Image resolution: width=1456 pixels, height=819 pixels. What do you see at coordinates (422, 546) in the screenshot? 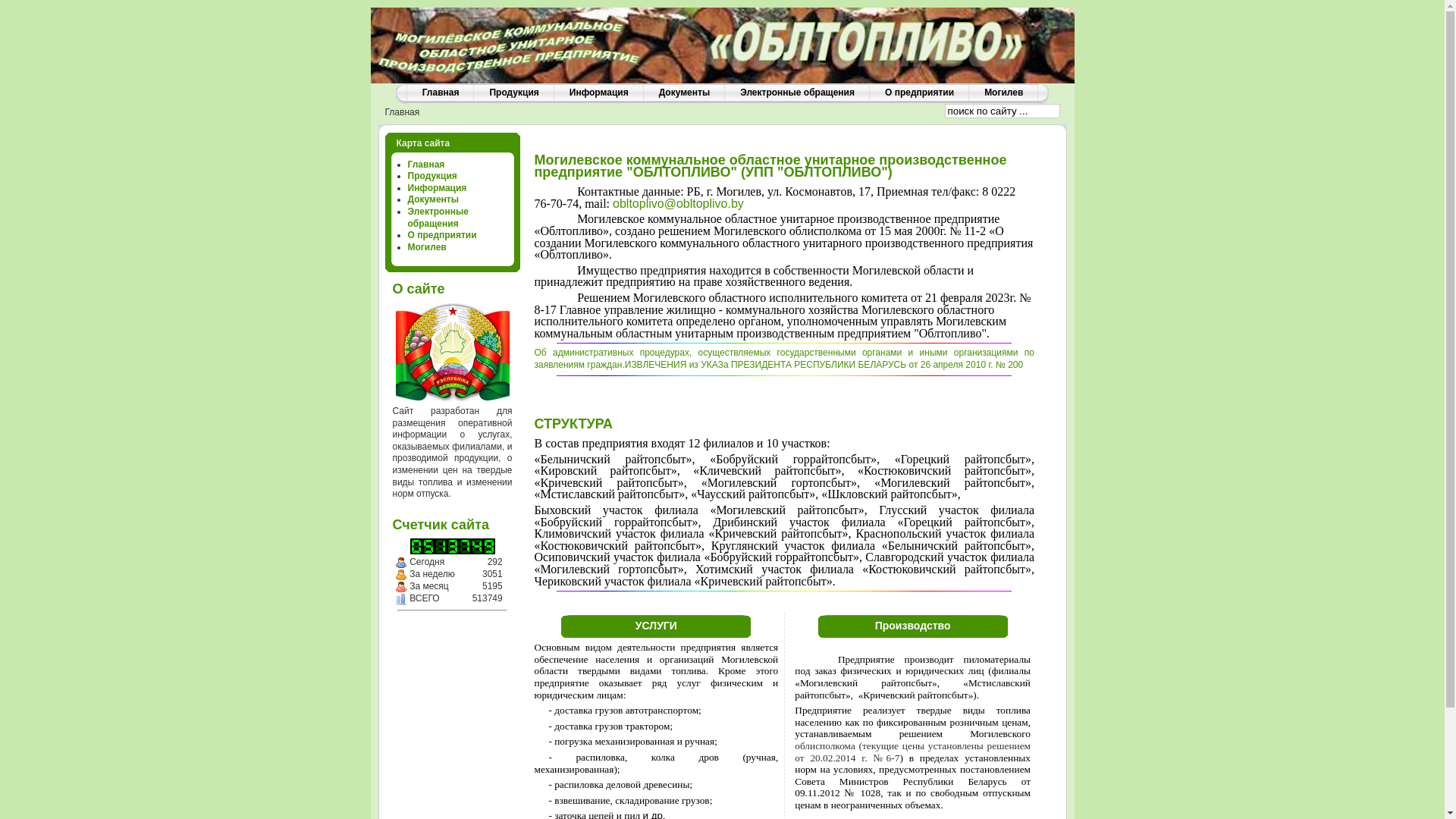
I see `'Vinaora Visitors Counter'` at bounding box center [422, 546].